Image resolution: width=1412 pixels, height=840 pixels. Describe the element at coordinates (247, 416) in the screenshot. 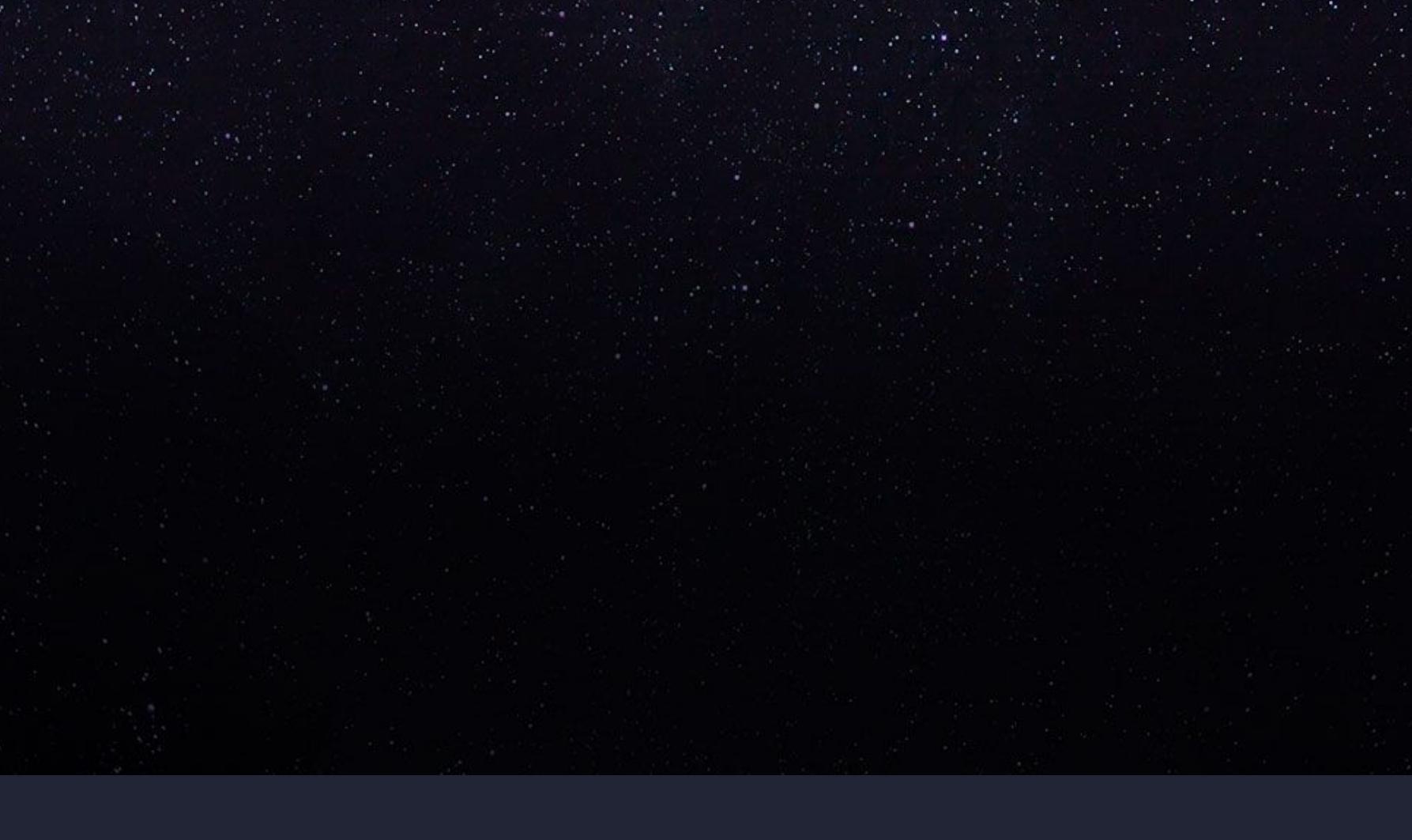

I see `'Blog'` at that location.